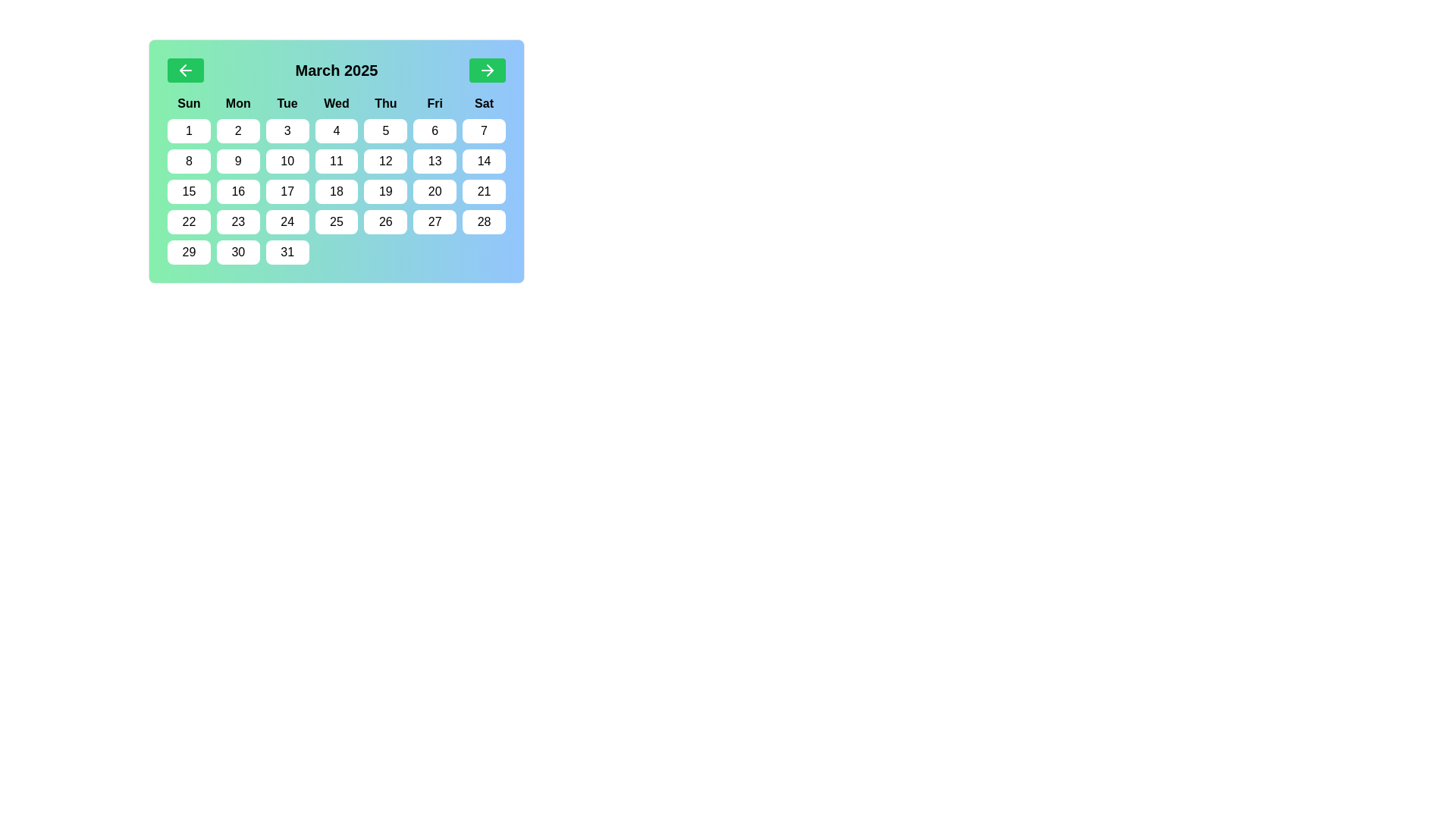 This screenshot has height=819, width=1456. Describe the element at coordinates (385, 222) in the screenshot. I see `the button labeled '26' in the fifth row and fifth column of the calendar grid` at that location.